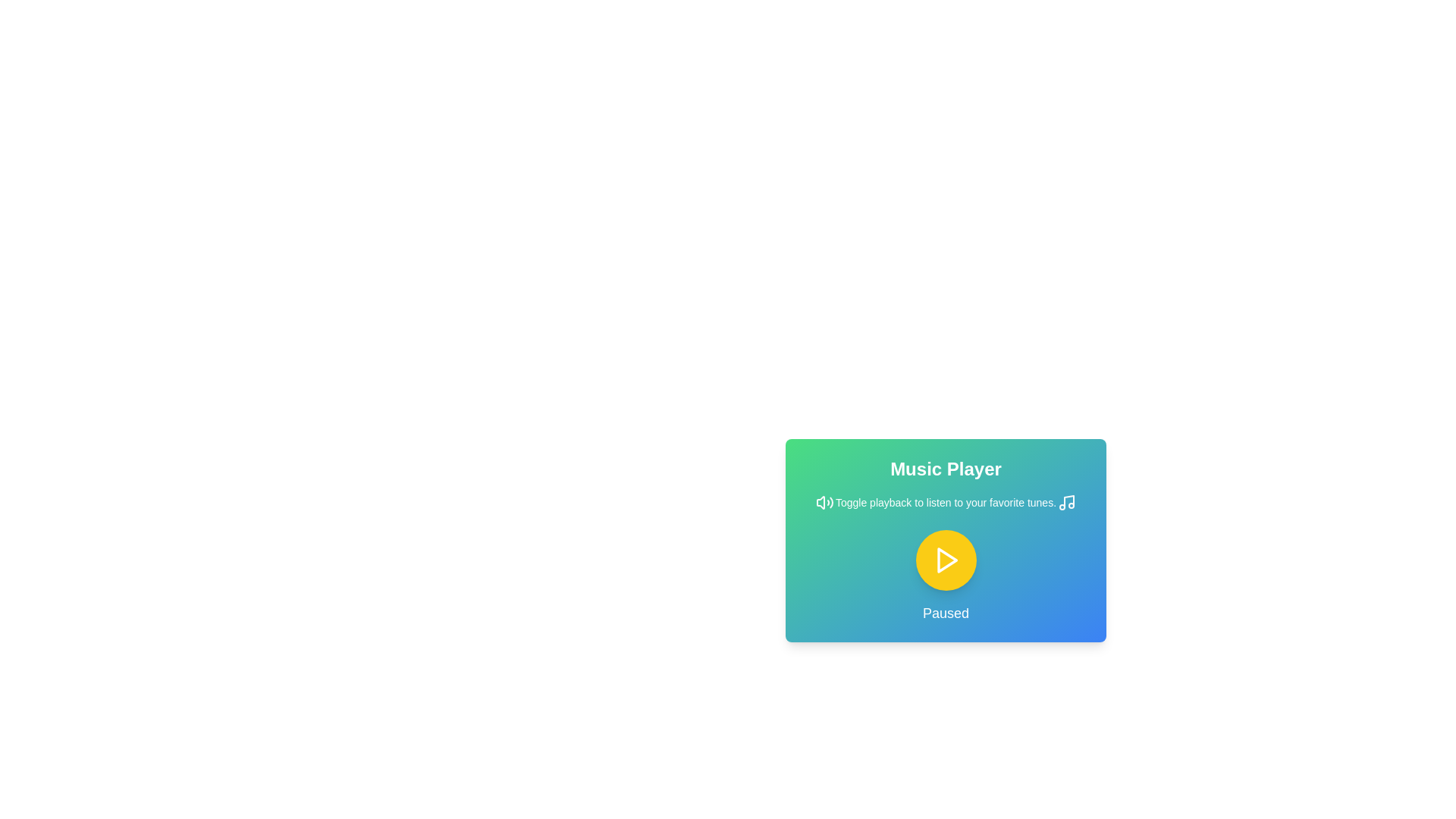 The width and height of the screenshot is (1456, 819). Describe the element at coordinates (945, 503) in the screenshot. I see `the text label displaying 'Toggle playback to listen to your favorite tunes.' located under the title 'Music Player'` at that location.